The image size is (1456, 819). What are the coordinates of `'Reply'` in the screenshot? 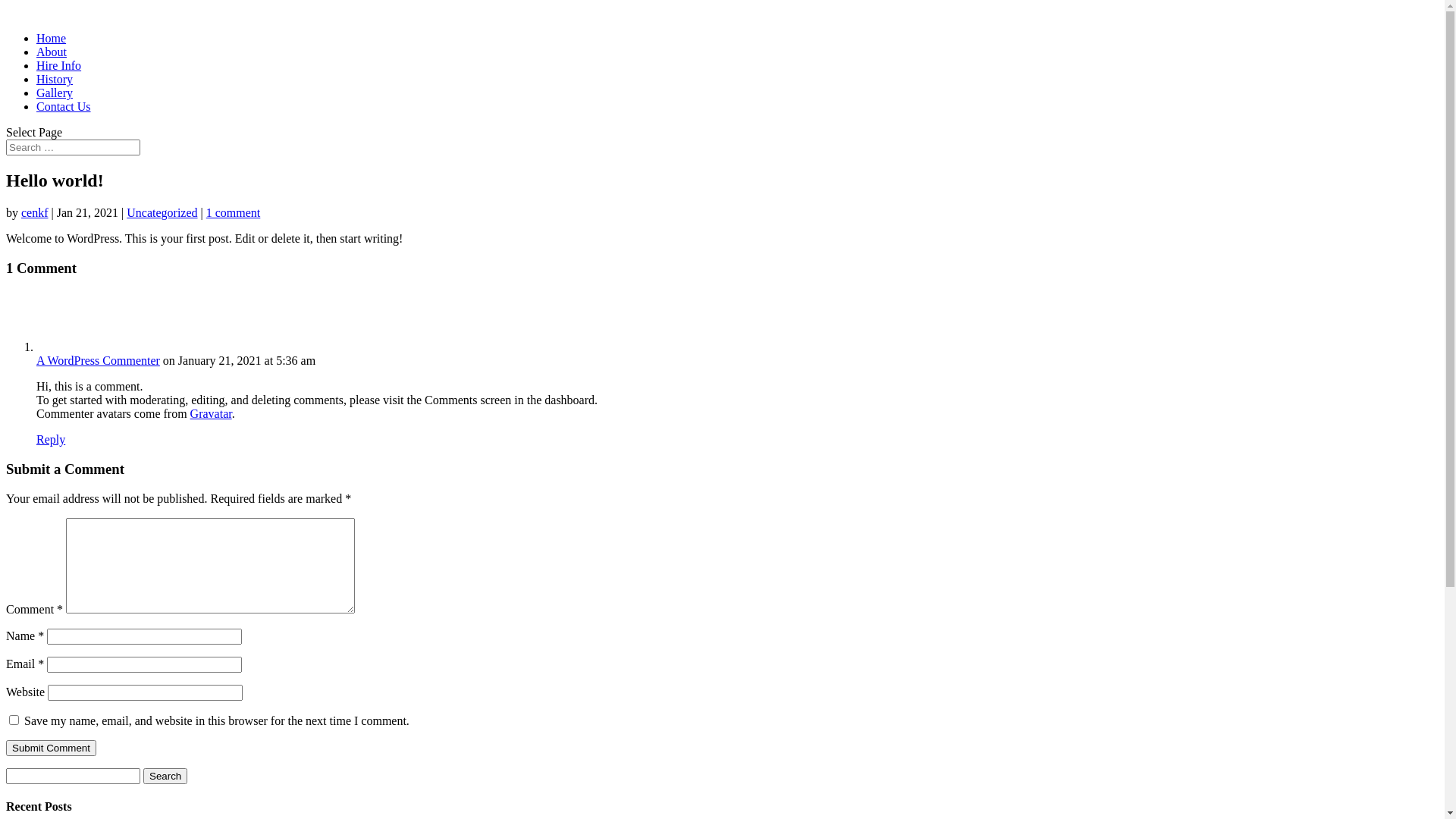 It's located at (51, 439).